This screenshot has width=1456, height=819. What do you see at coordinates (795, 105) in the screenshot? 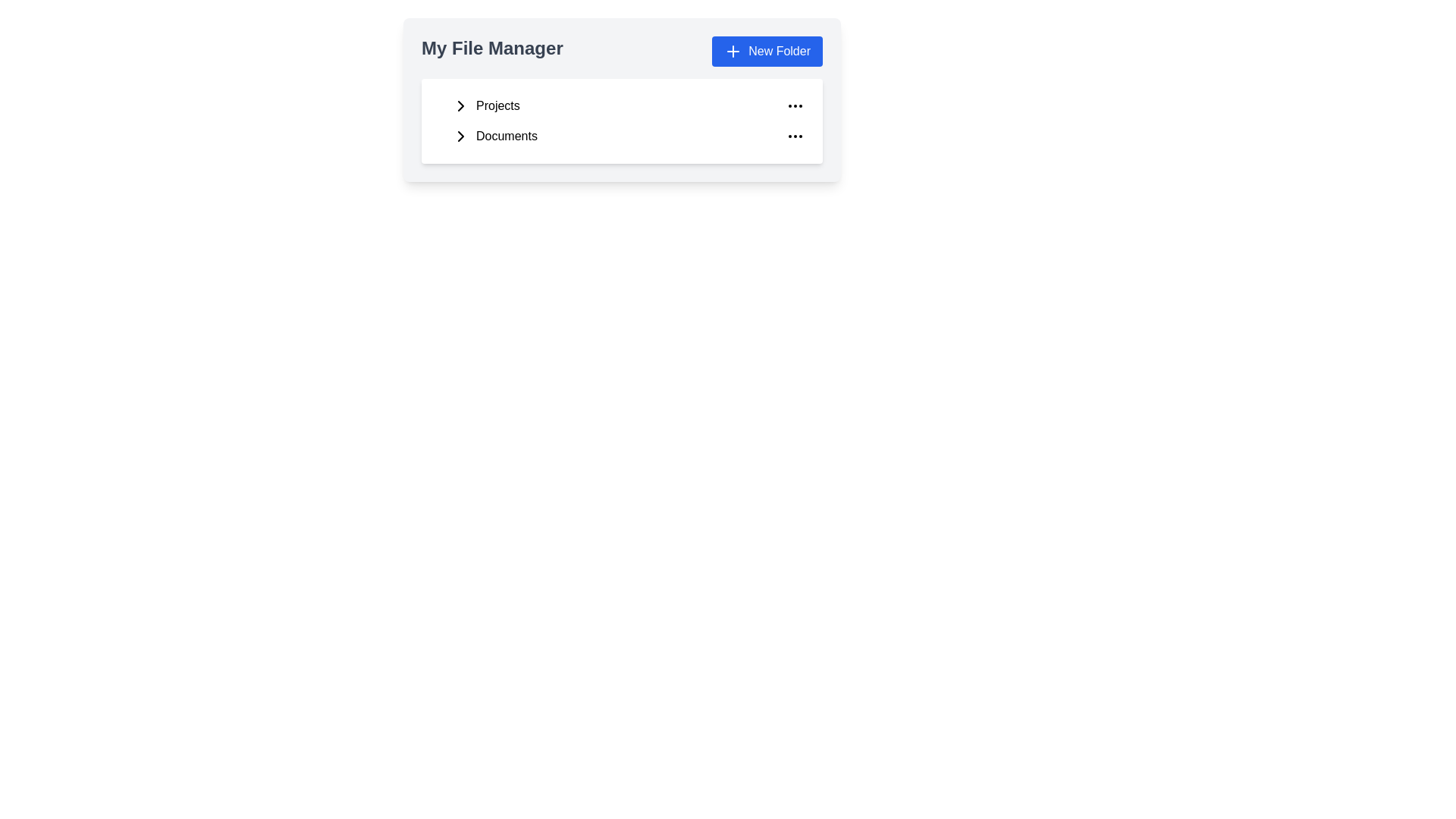
I see `the ellipsis menu icon located at the far right side of the 'Projects' row` at bounding box center [795, 105].